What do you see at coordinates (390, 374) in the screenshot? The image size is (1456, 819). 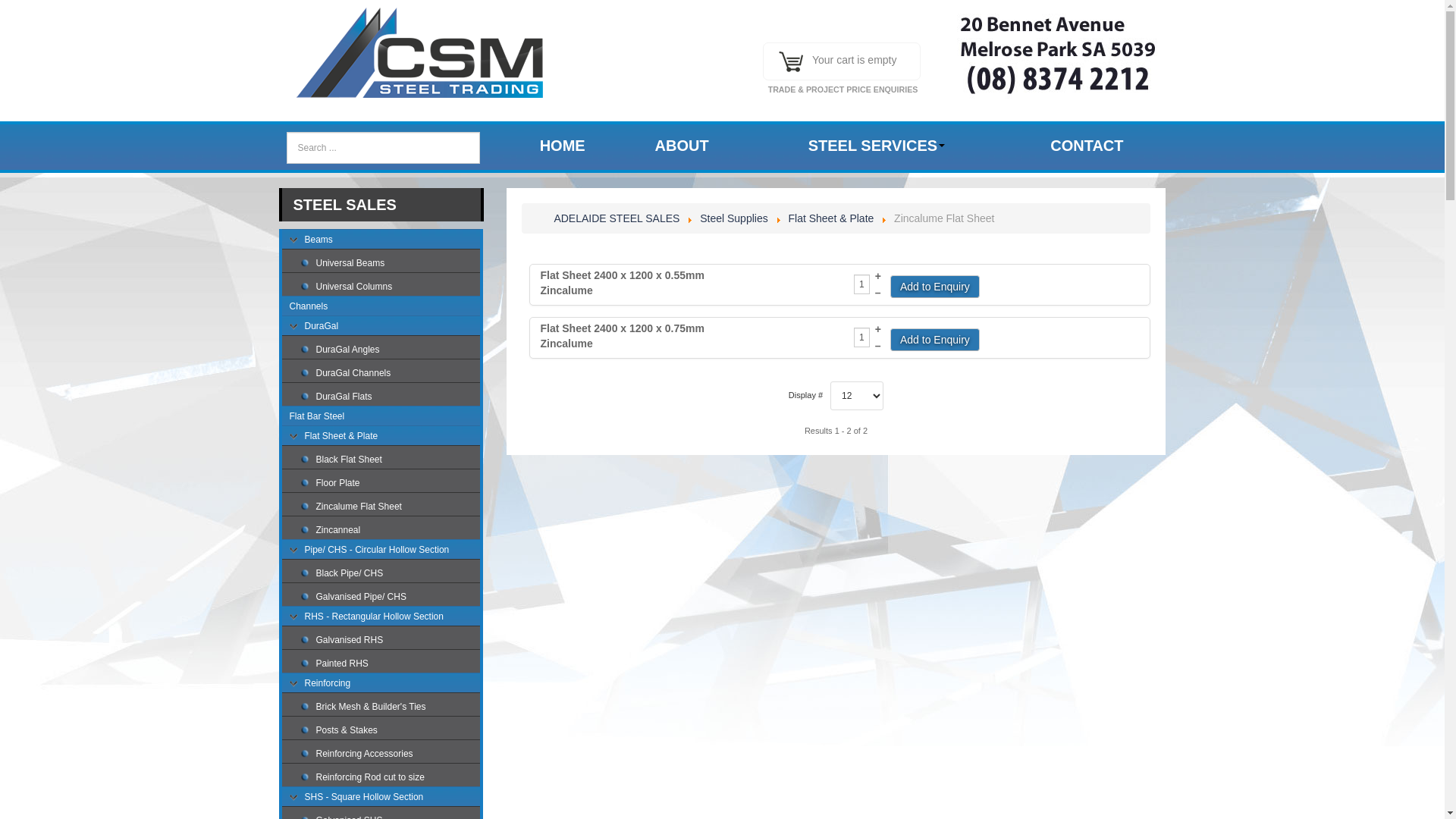 I see `'DuraGal Channels'` at bounding box center [390, 374].